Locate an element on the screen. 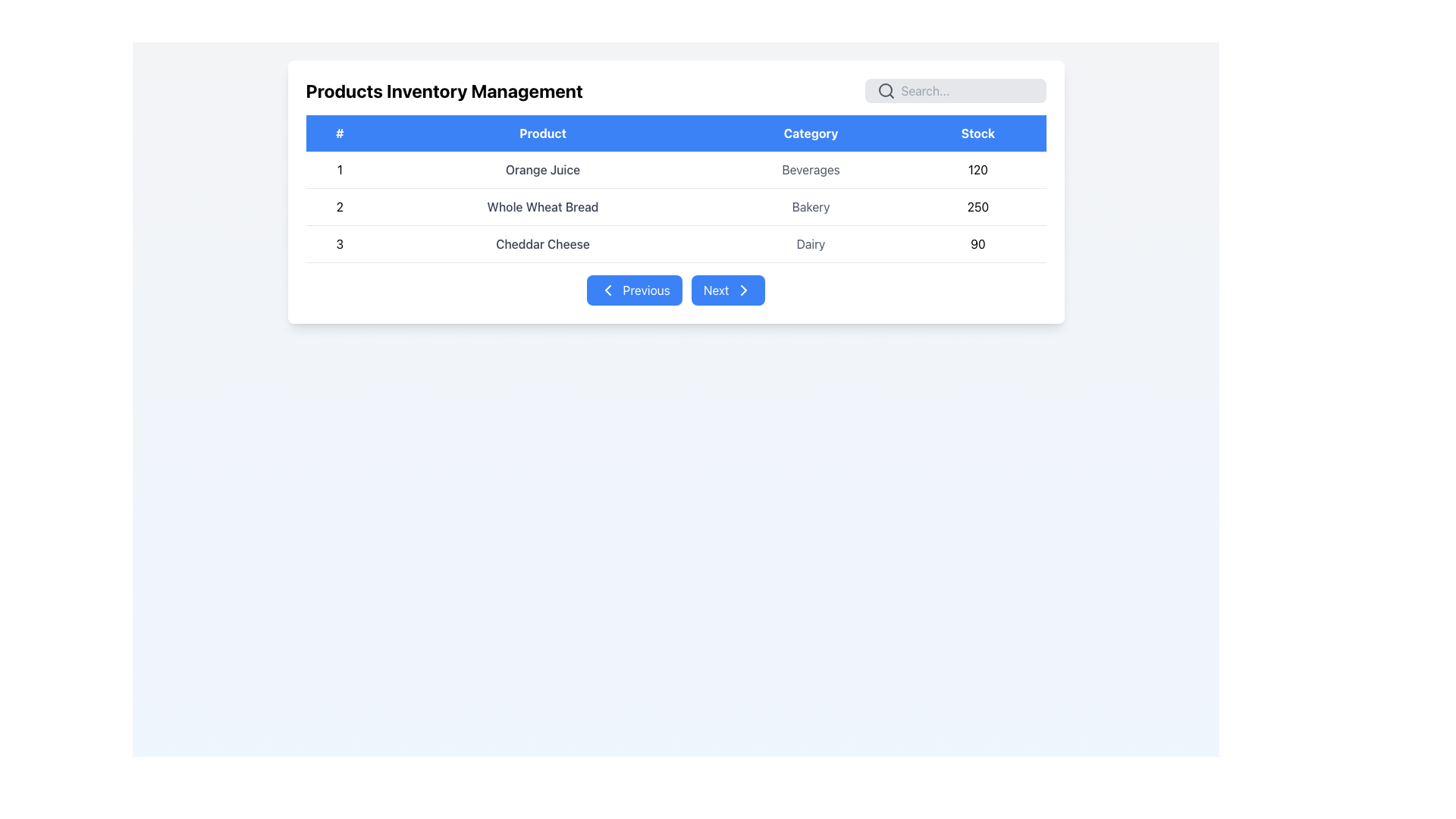 The image size is (1456, 819). the leftward-pointing arrow icon within the 'Previous' navigational button is located at coordinates (607, 290).